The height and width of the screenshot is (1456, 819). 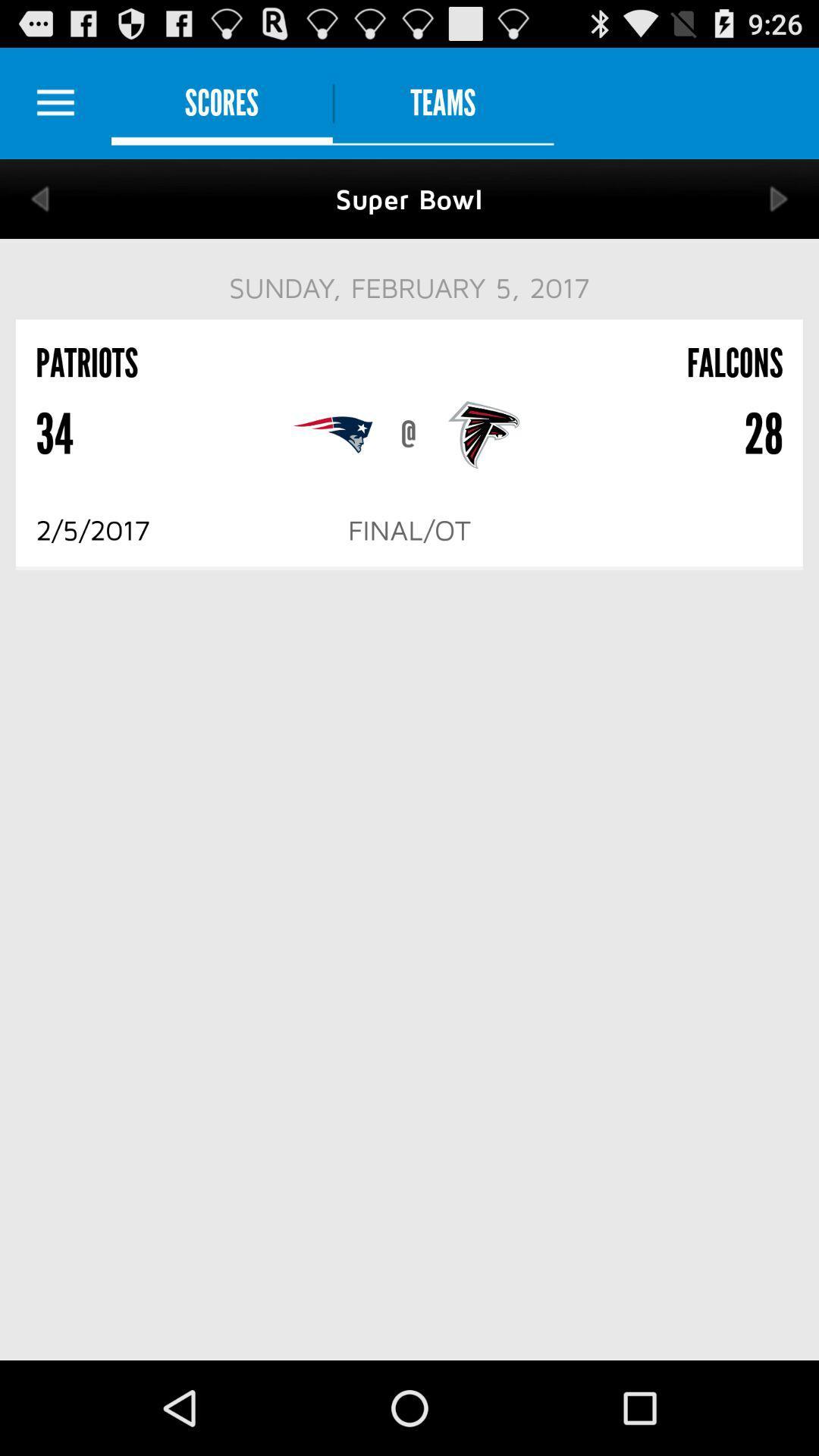 What do you see at coordinates (39, 198) in the screenshot?
I see `go back` at bounding box center [39, 198].